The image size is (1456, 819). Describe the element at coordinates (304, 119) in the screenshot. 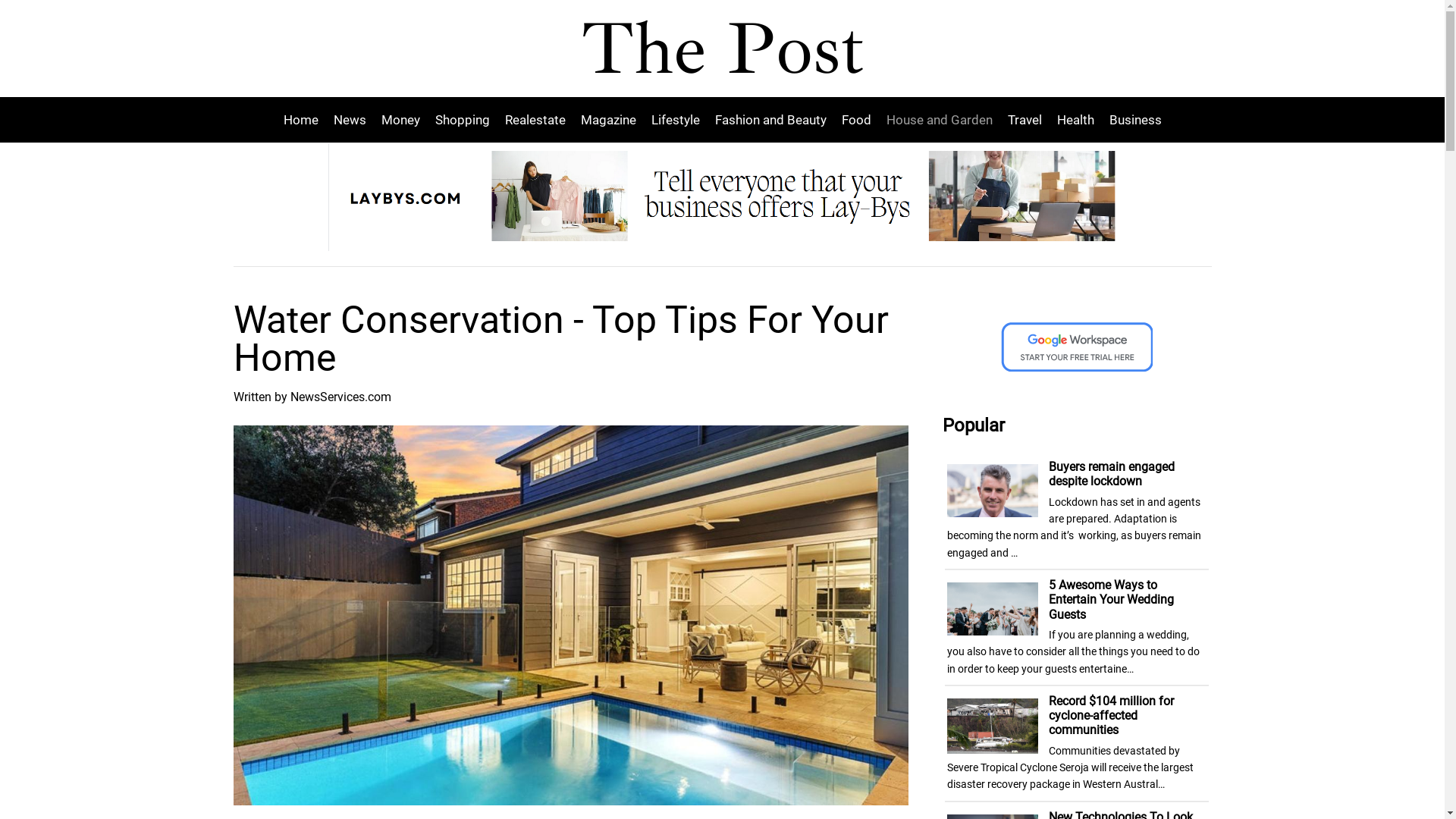

I see `'Home'` at that location.